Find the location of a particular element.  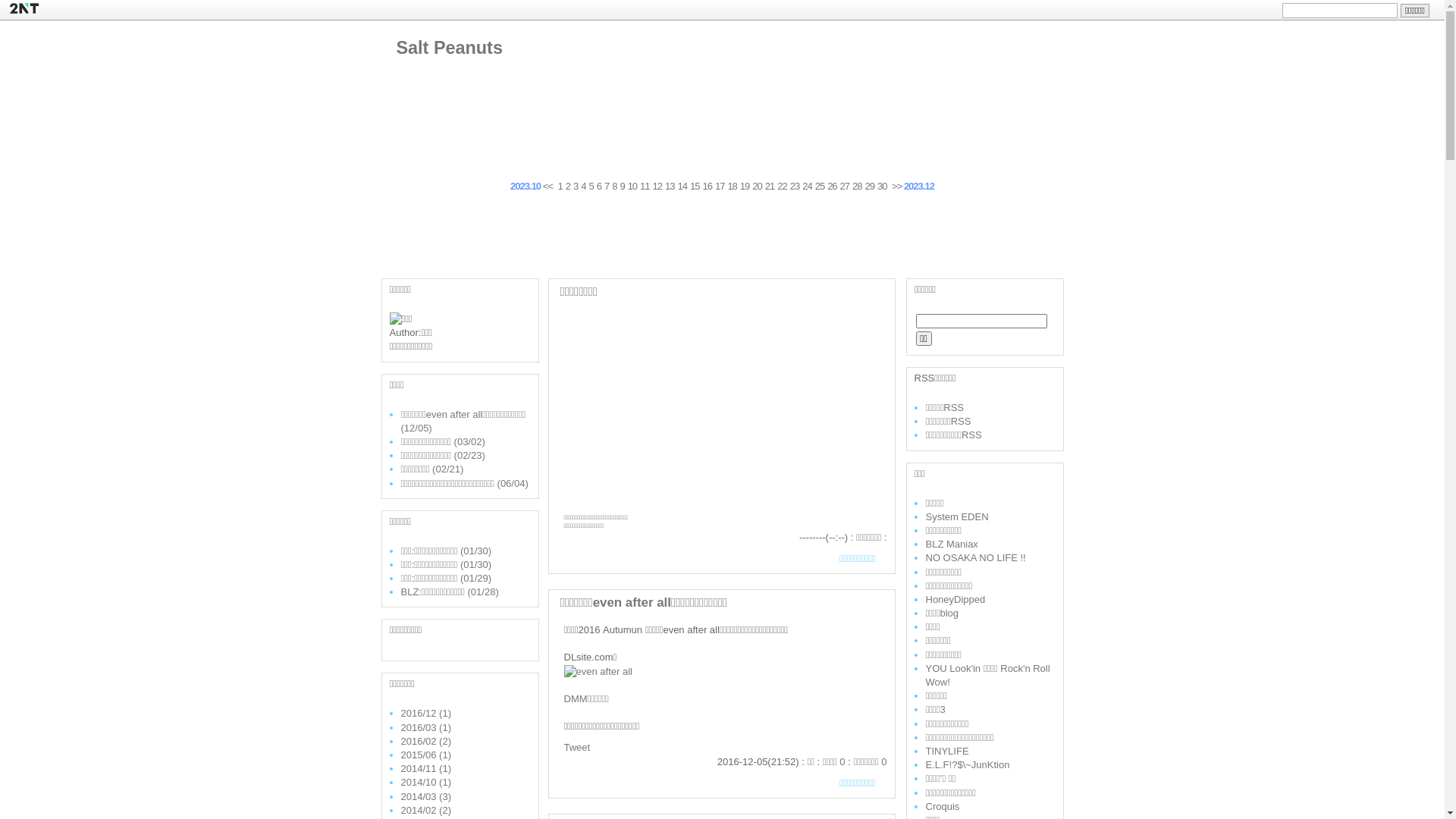

'2016/03 (1)' is located at coordinates (400, 726).